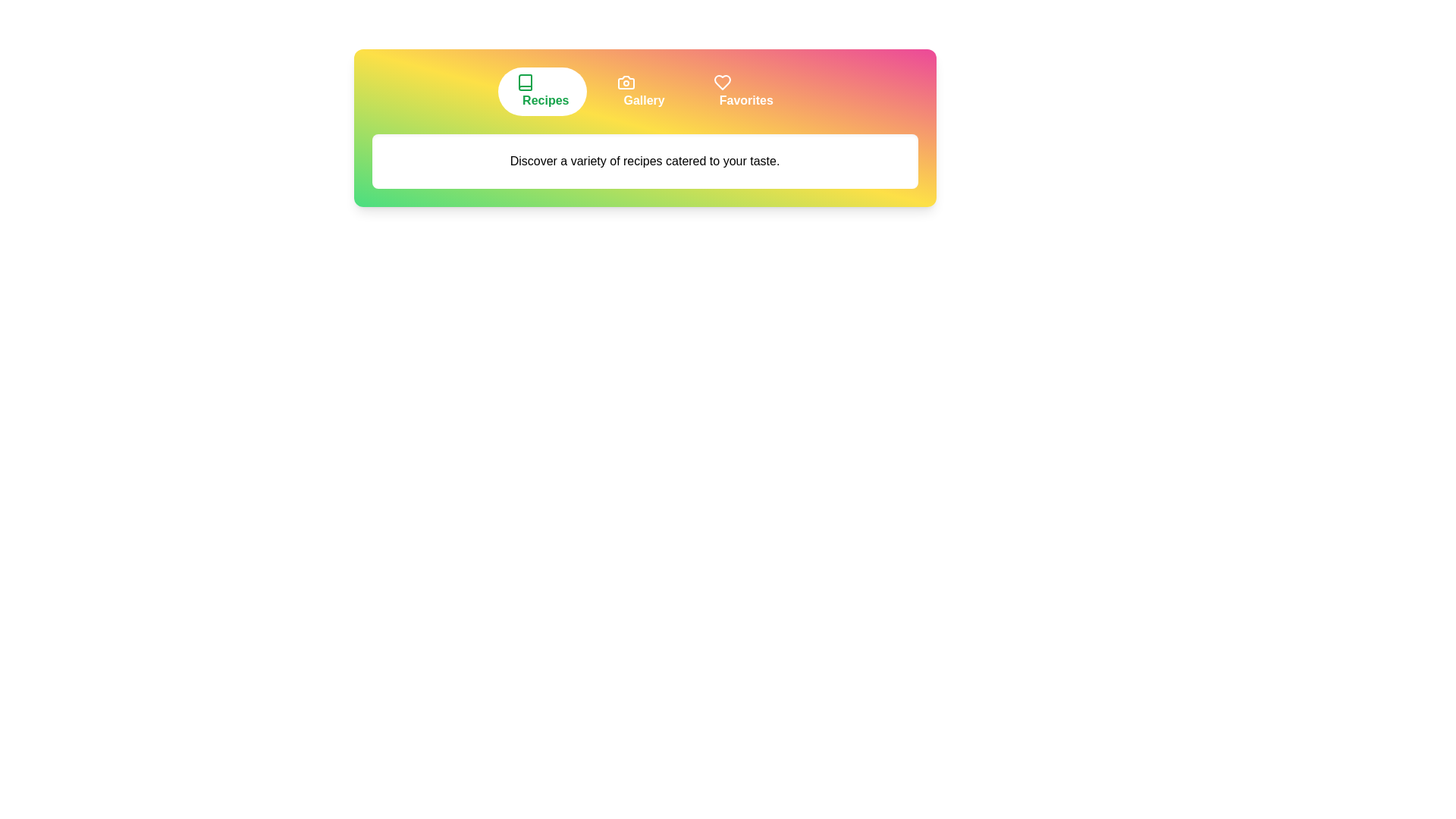  Describe the element at coordinates (743, 91) in the screenshot. I see `the Favorites button to activate it` at that location.